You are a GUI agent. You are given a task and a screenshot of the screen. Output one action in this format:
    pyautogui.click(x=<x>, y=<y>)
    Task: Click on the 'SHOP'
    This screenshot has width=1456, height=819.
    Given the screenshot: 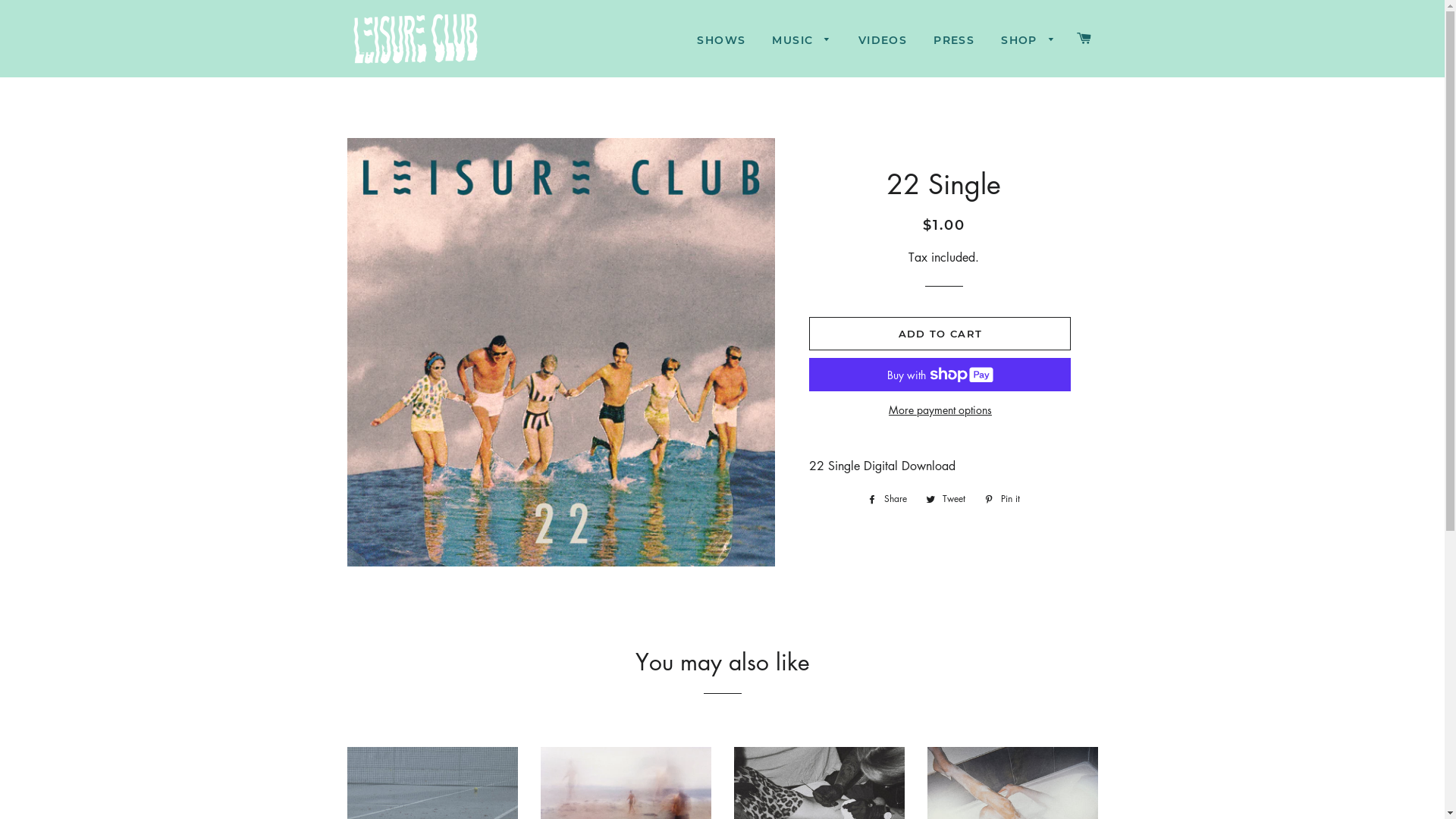 What is the action you would take?
    pyautogui.click(x=1028, y=40)
    